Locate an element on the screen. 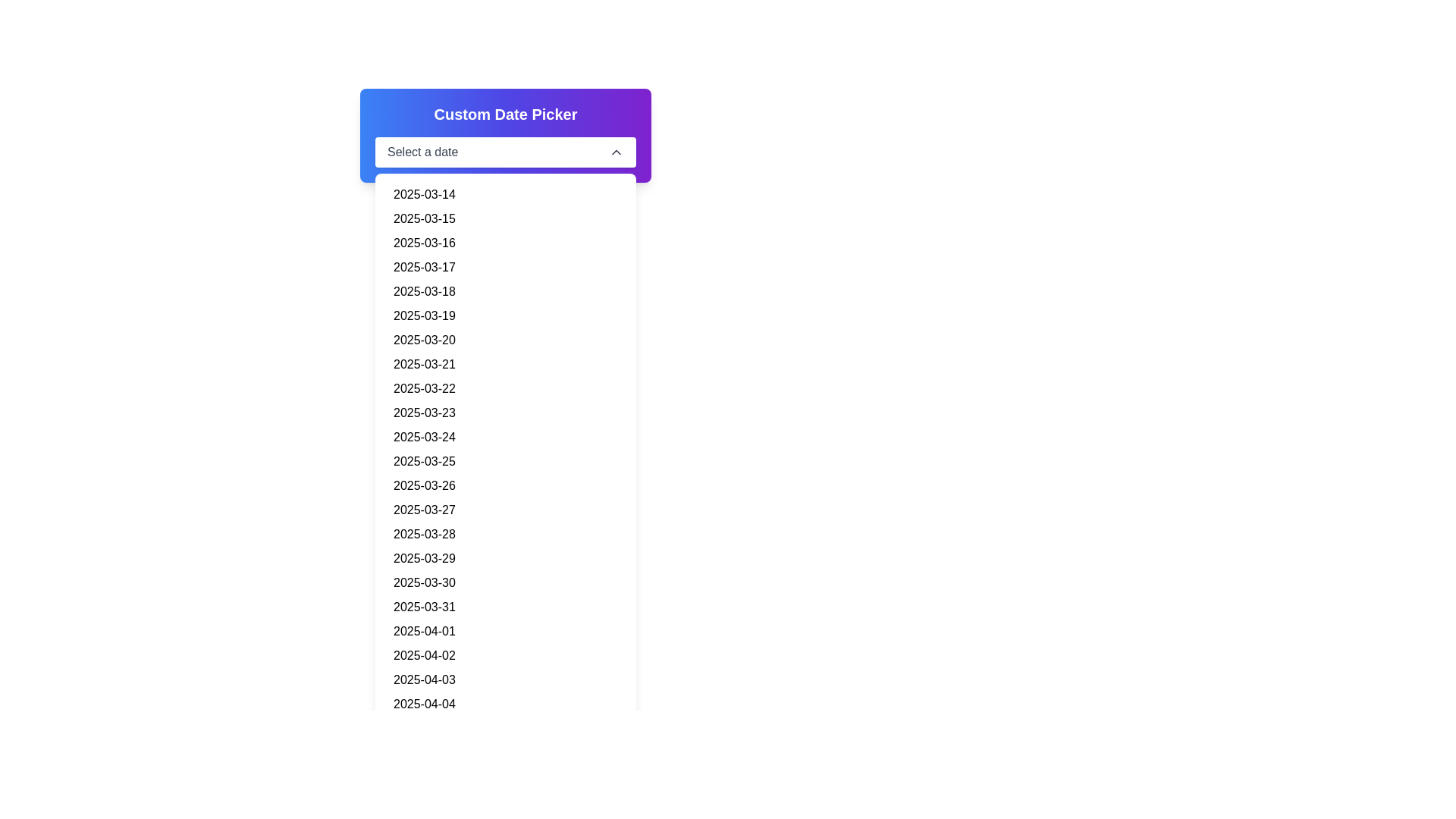 Image resolution: width=1456 pixels, height=819 pixels. the date '2025-03-22' by clicking on the ninth date option in the date picker dropdown is located at coordinates (506, 388).